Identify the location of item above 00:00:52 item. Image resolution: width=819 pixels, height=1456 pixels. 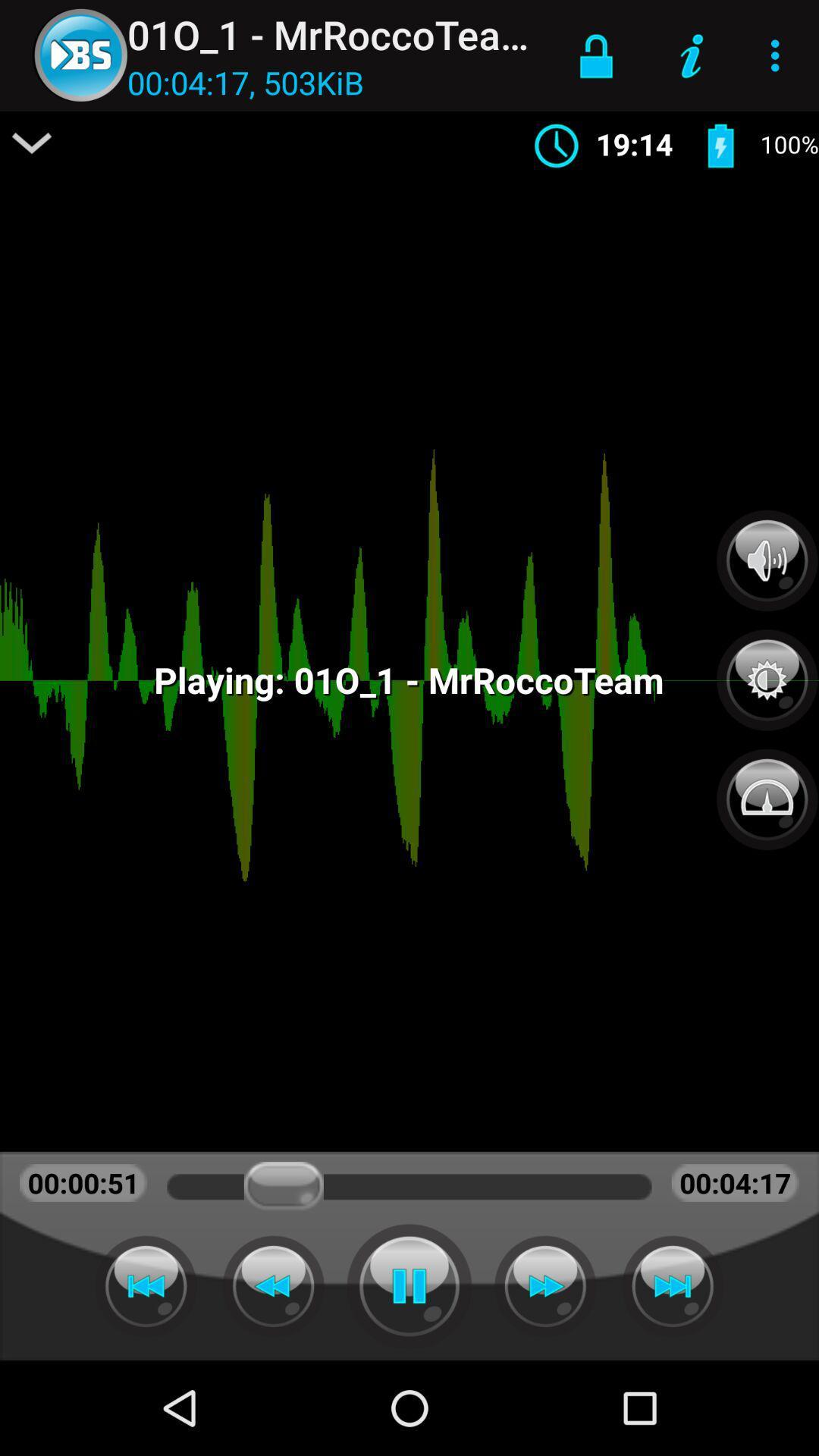
(32, 143).